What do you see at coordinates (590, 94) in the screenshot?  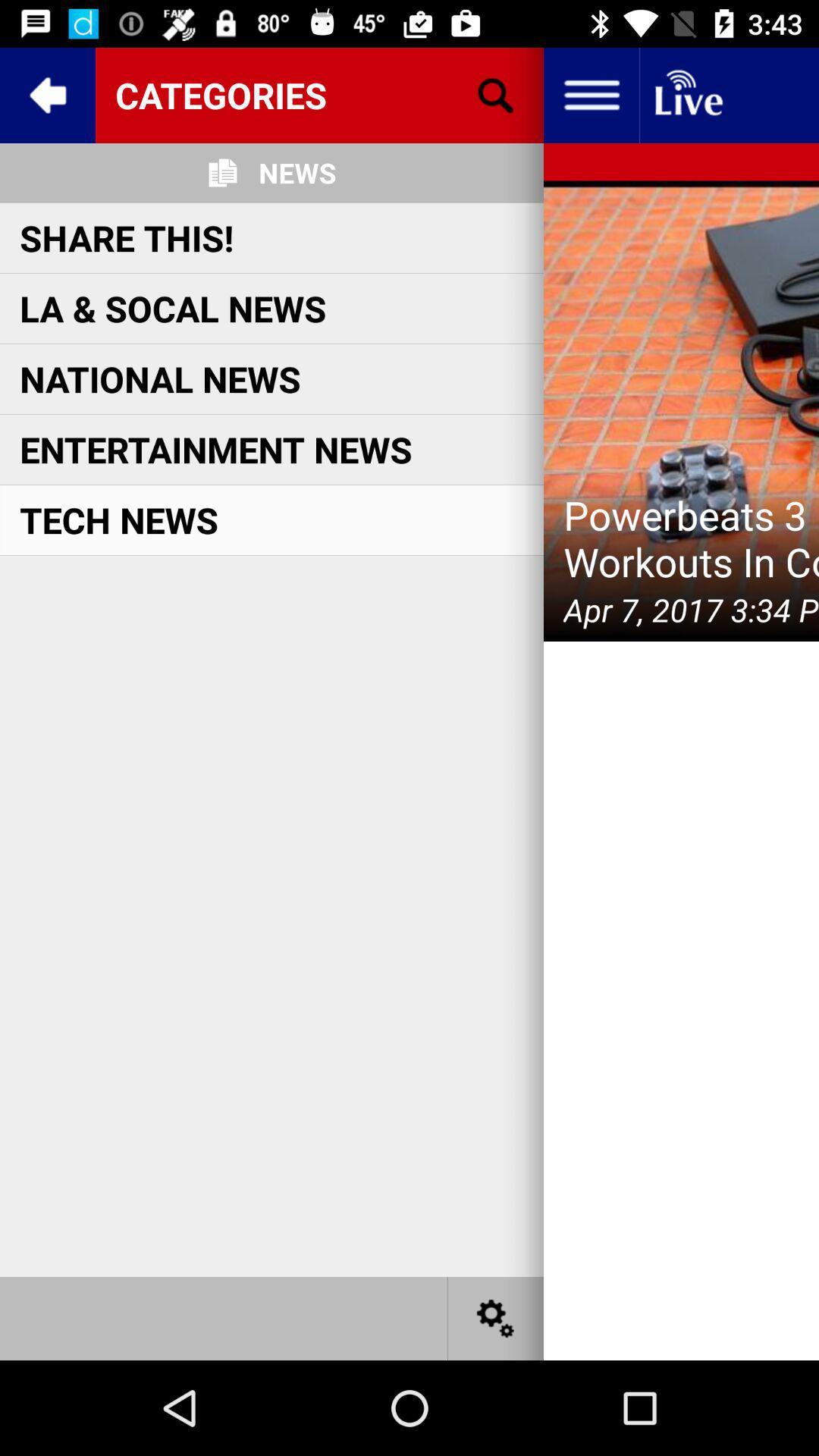 I see `main menu` at bounding box center [590, 94].